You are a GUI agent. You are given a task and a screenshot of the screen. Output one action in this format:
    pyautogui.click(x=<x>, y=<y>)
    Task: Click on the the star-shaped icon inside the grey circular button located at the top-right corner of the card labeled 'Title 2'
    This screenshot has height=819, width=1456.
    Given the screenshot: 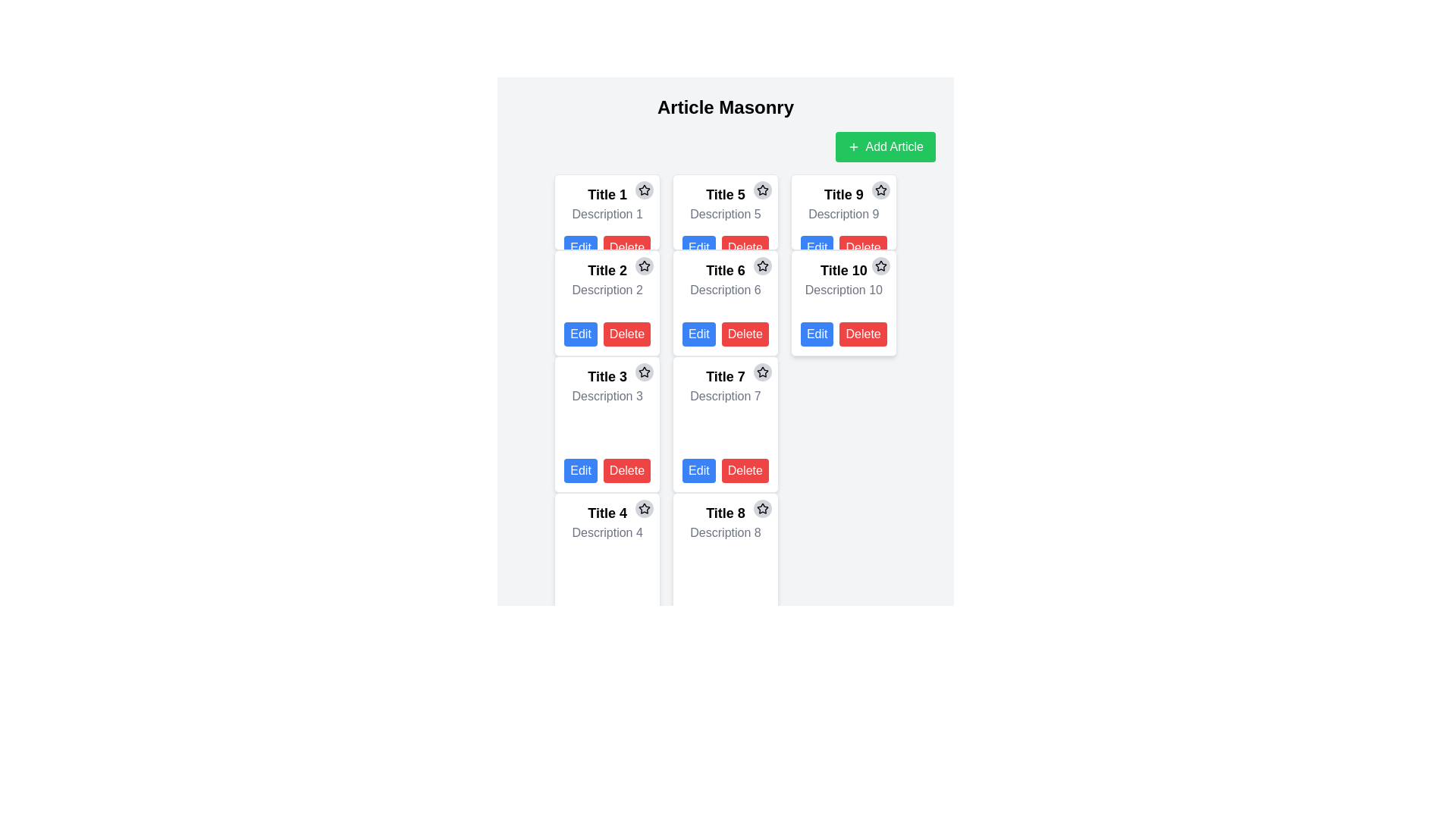 What is the action you would take?
    pyautogui.click(x=644, y=265)
    